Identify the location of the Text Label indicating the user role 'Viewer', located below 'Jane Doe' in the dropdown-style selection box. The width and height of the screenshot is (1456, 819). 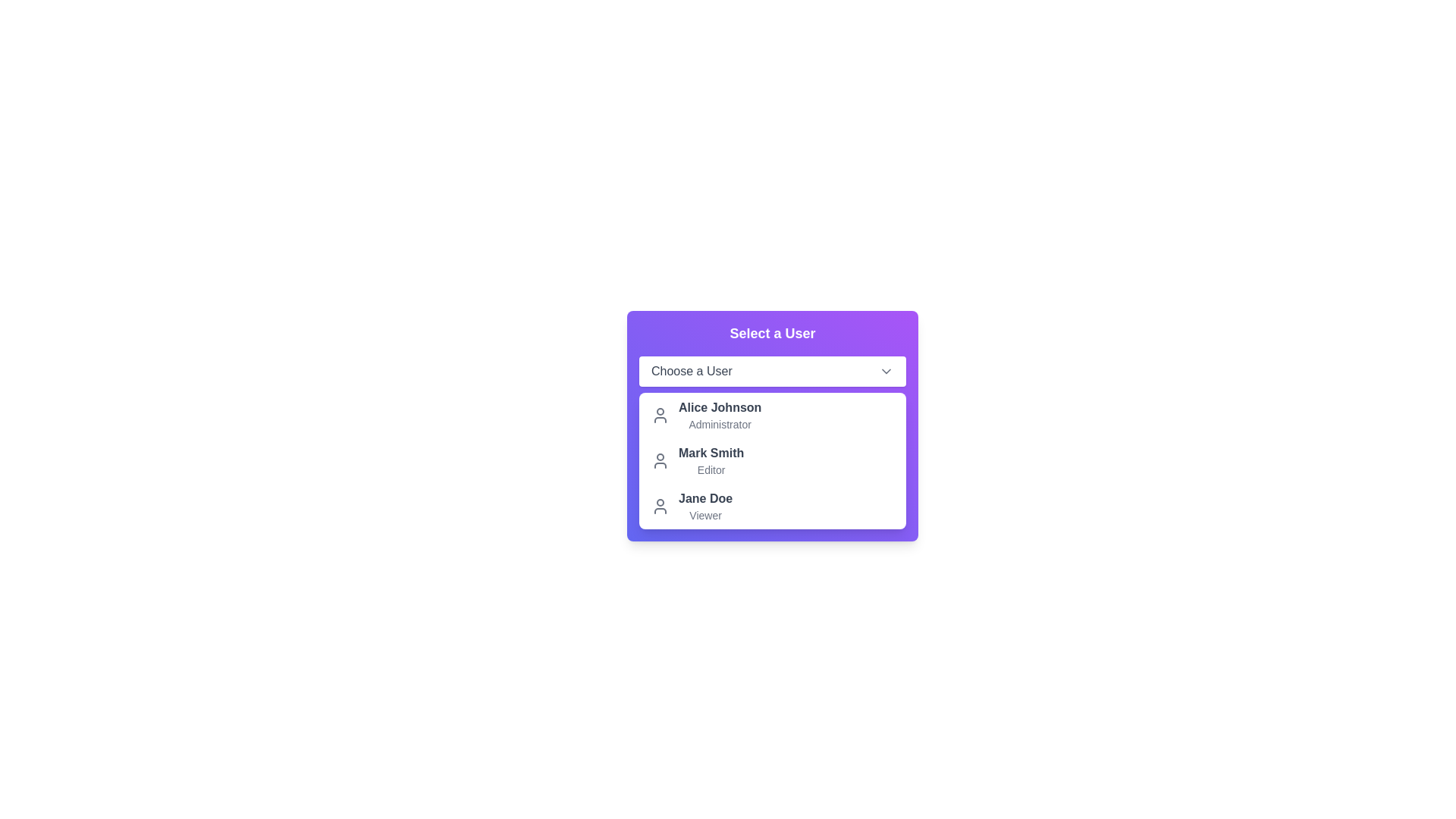
(704, 514).